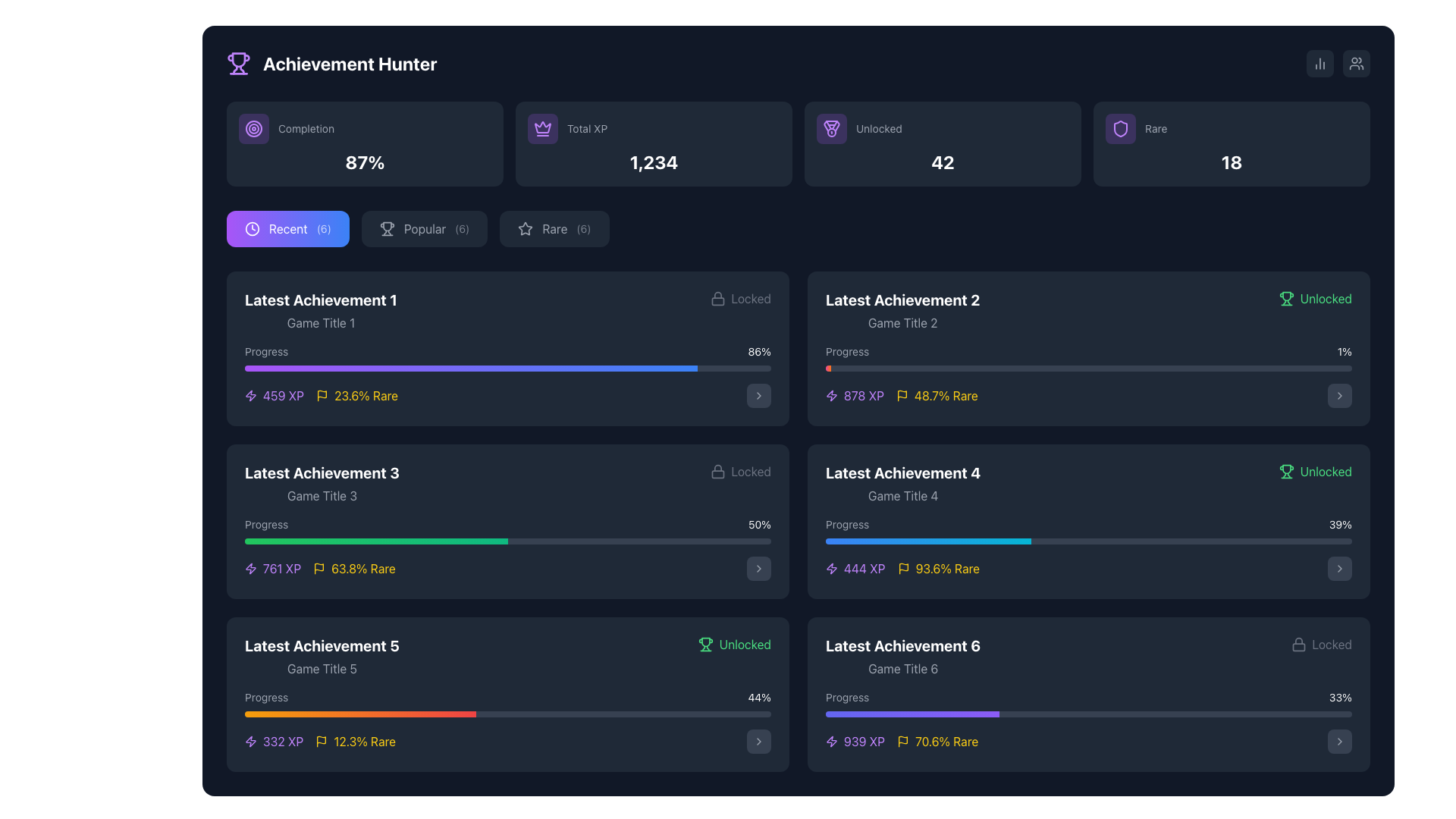 Image resolution: width=1456 pixels, height=819 pixels. Describe the element at coordinates (1285, 470) in the screenshot. I see `the 'unlocked' status icon of the 'Latest Achievement 6' section located at the bottom-right corner of the interface` at that location.